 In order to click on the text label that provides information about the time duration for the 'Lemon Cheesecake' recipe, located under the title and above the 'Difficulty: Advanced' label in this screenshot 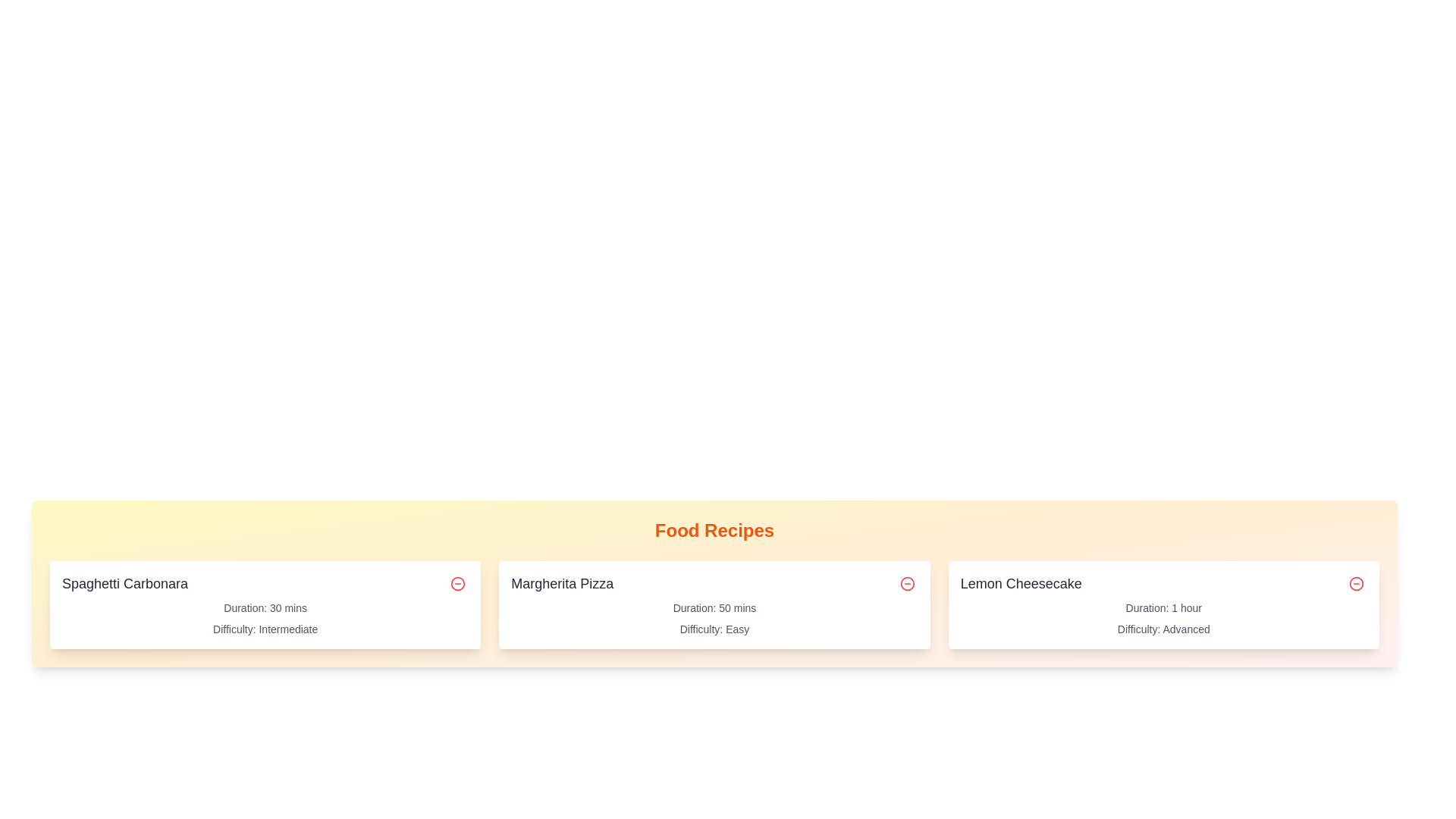, I will do `click(1163, 607)`.